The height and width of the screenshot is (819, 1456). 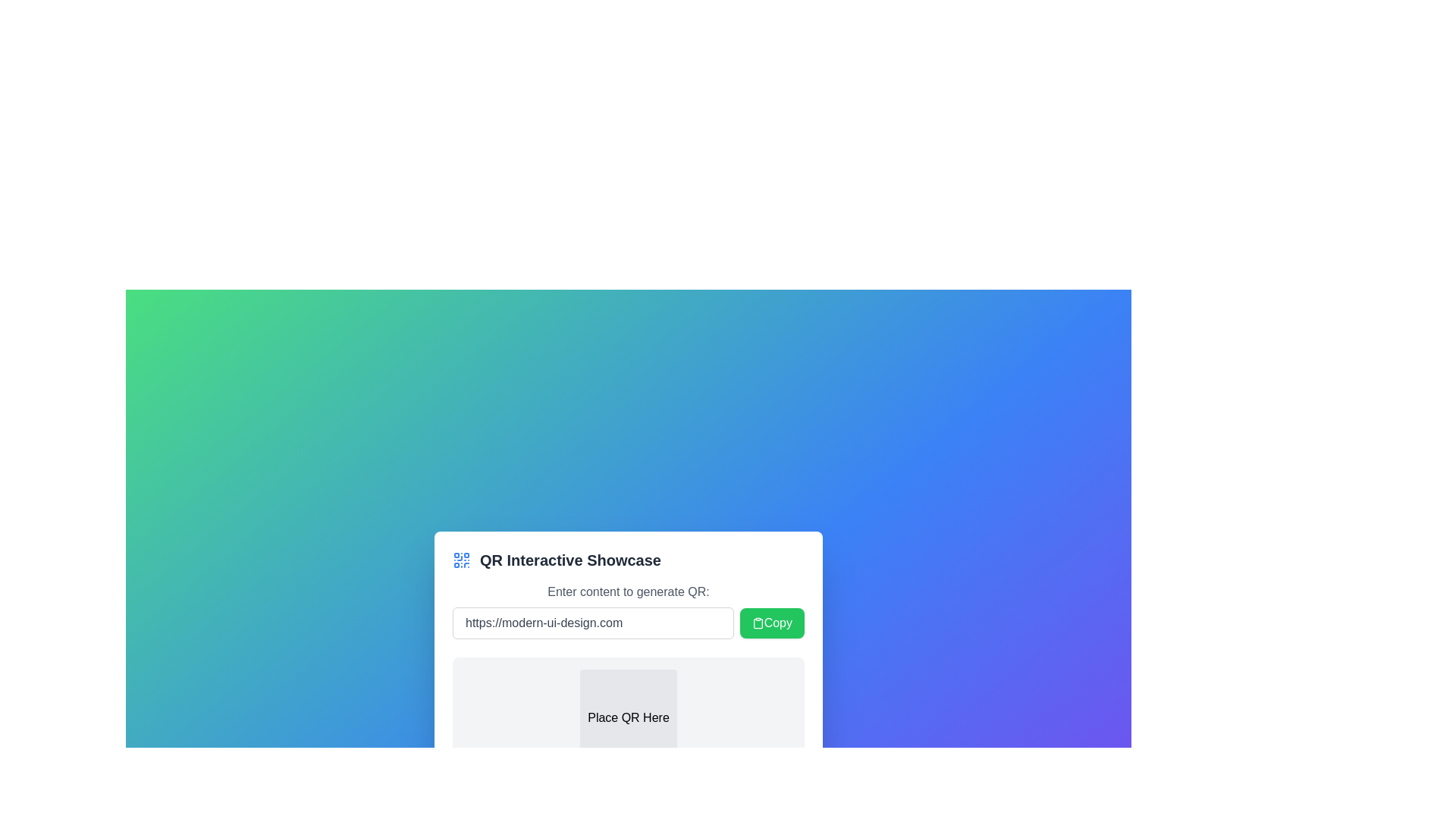 I want to click on the text label for the QR code interactivity card, so click(x=629, y=560).